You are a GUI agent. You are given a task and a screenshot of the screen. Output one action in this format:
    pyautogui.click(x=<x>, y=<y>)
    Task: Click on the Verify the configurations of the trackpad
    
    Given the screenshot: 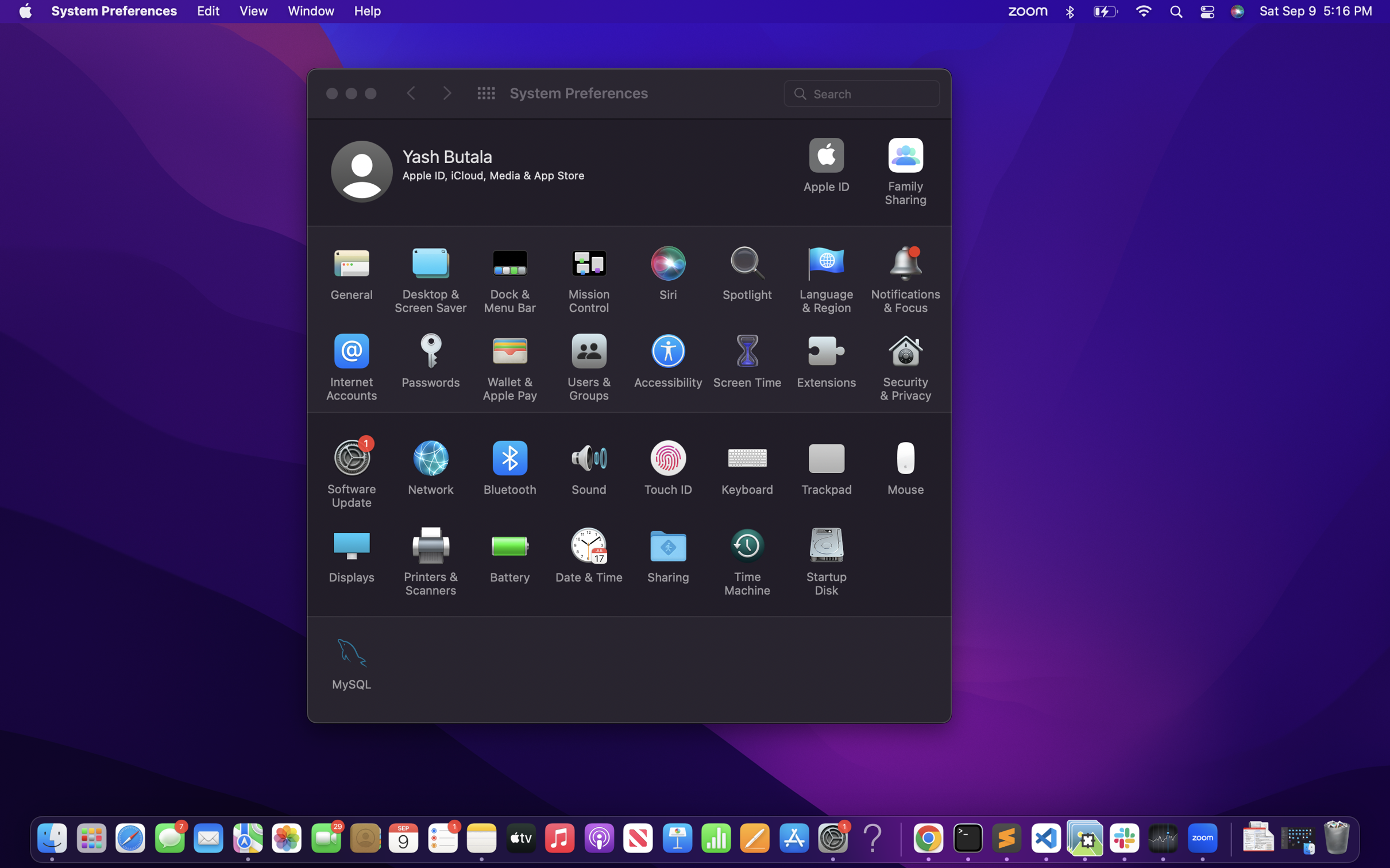 What is the action you would take?
    pyautogui.click(x=827, y=464)
    